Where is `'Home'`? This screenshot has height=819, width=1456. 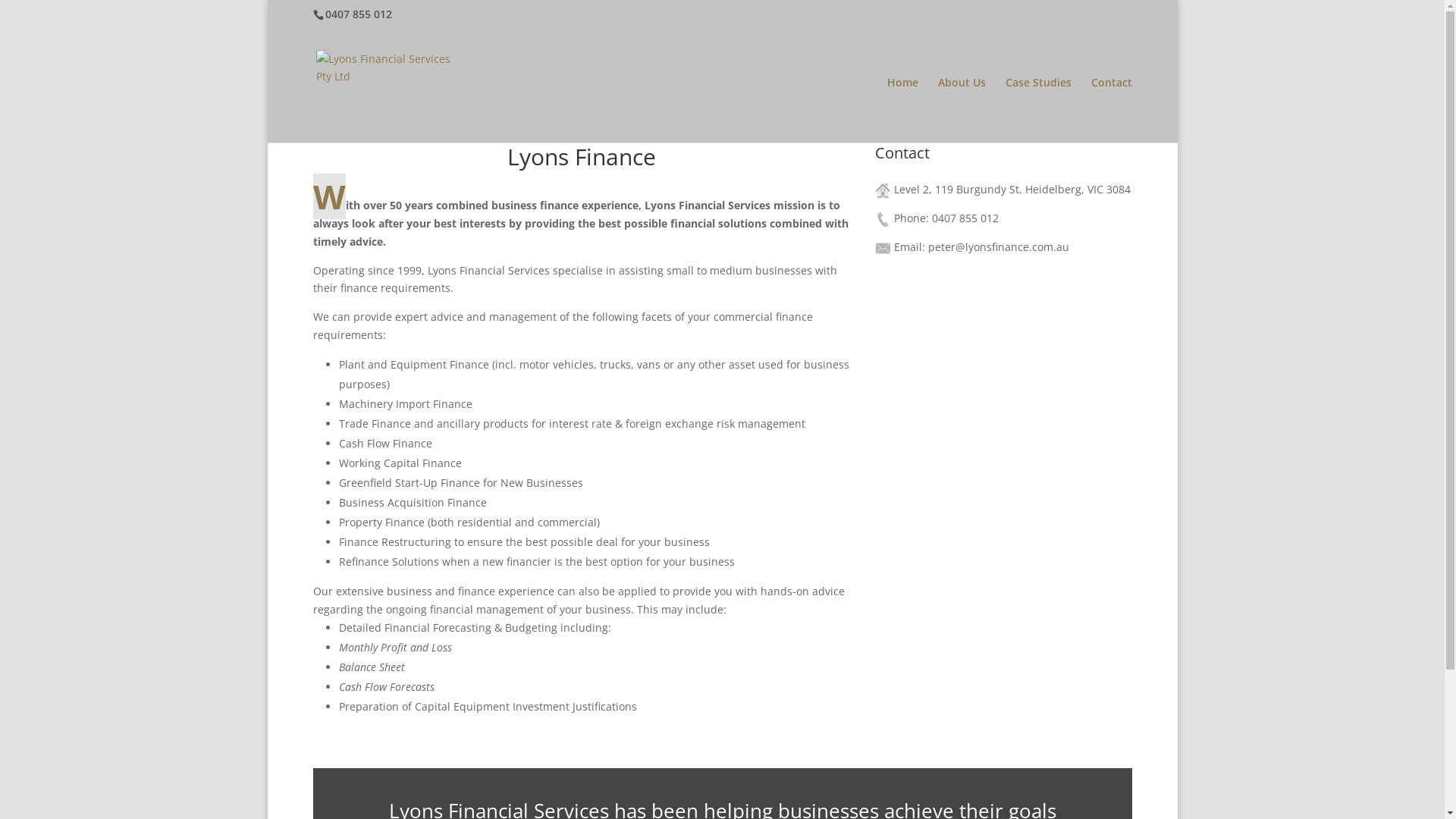 'Home' is located at coordinates (902, 109).